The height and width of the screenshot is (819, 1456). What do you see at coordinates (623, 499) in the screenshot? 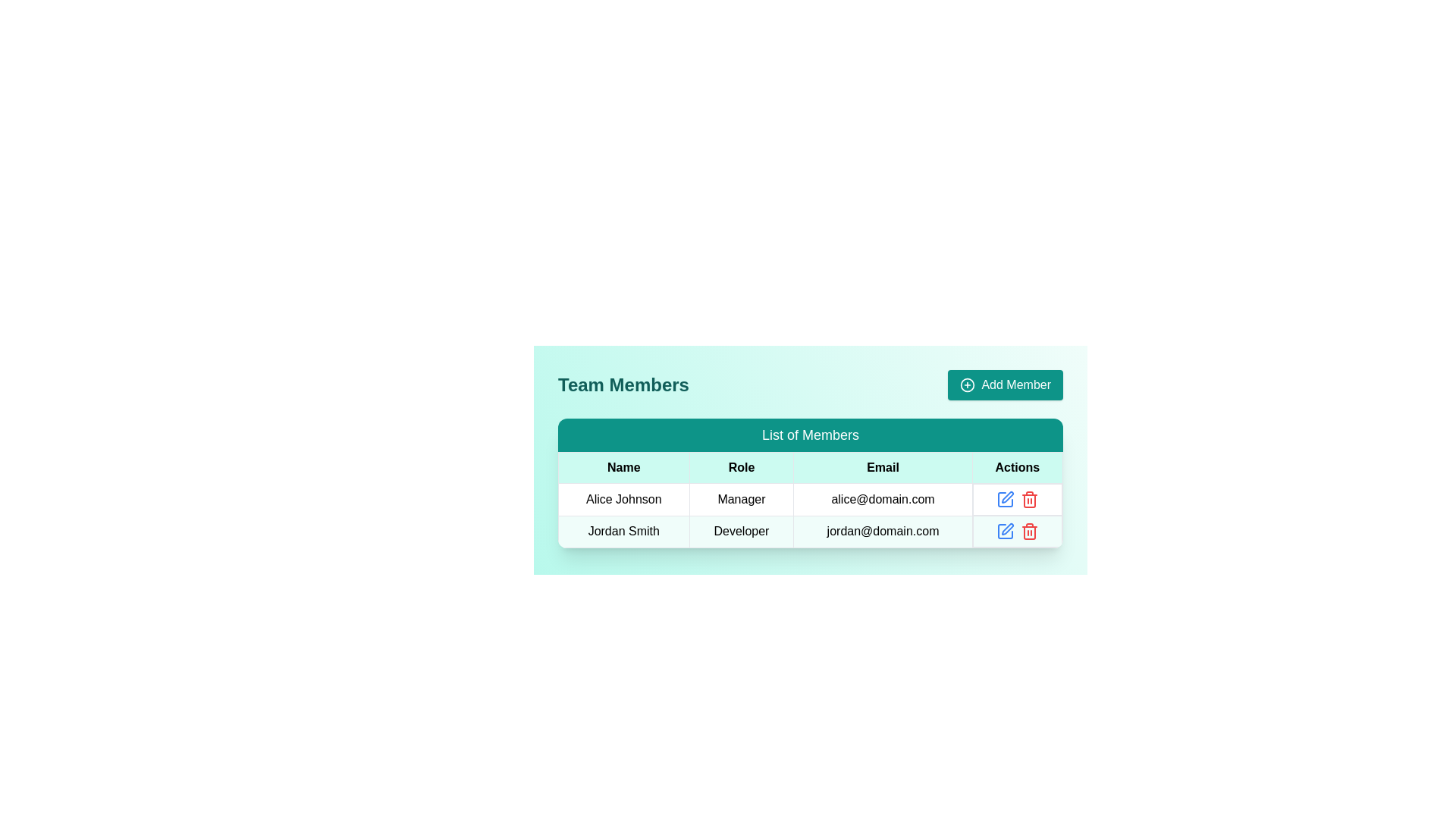
I see `the text label 'Alice Johnson' in the first cell of the 'Name' column in the 'List of Members' table` at bounding box center [623, 499].